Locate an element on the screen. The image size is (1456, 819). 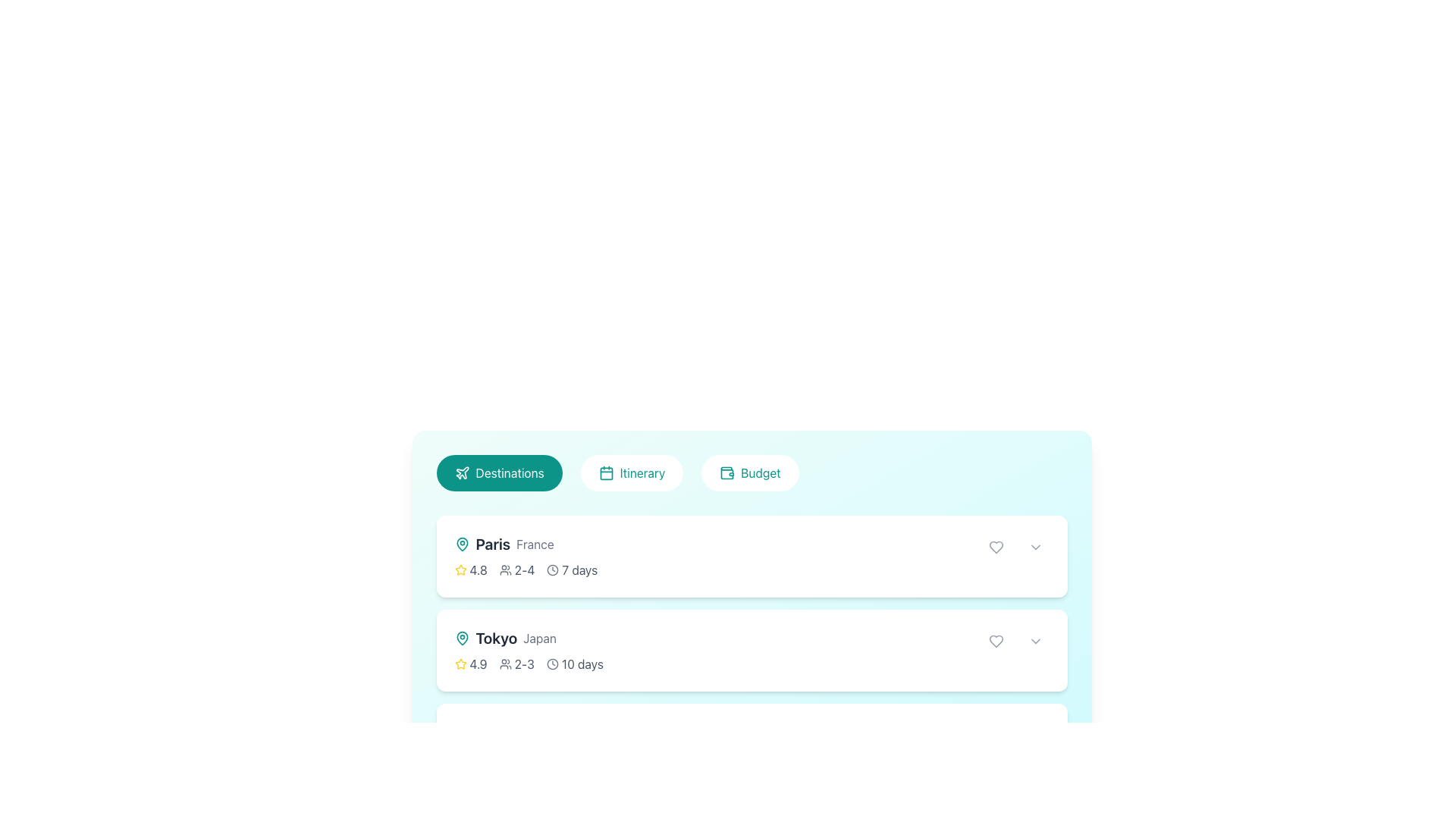
the Rating display element featuring a yellow star icon and a numerical rating of '4.9' styled in gray font, located at the top center of the card labeled 'Tokyo Japan' is located at coordinates (470, 663).